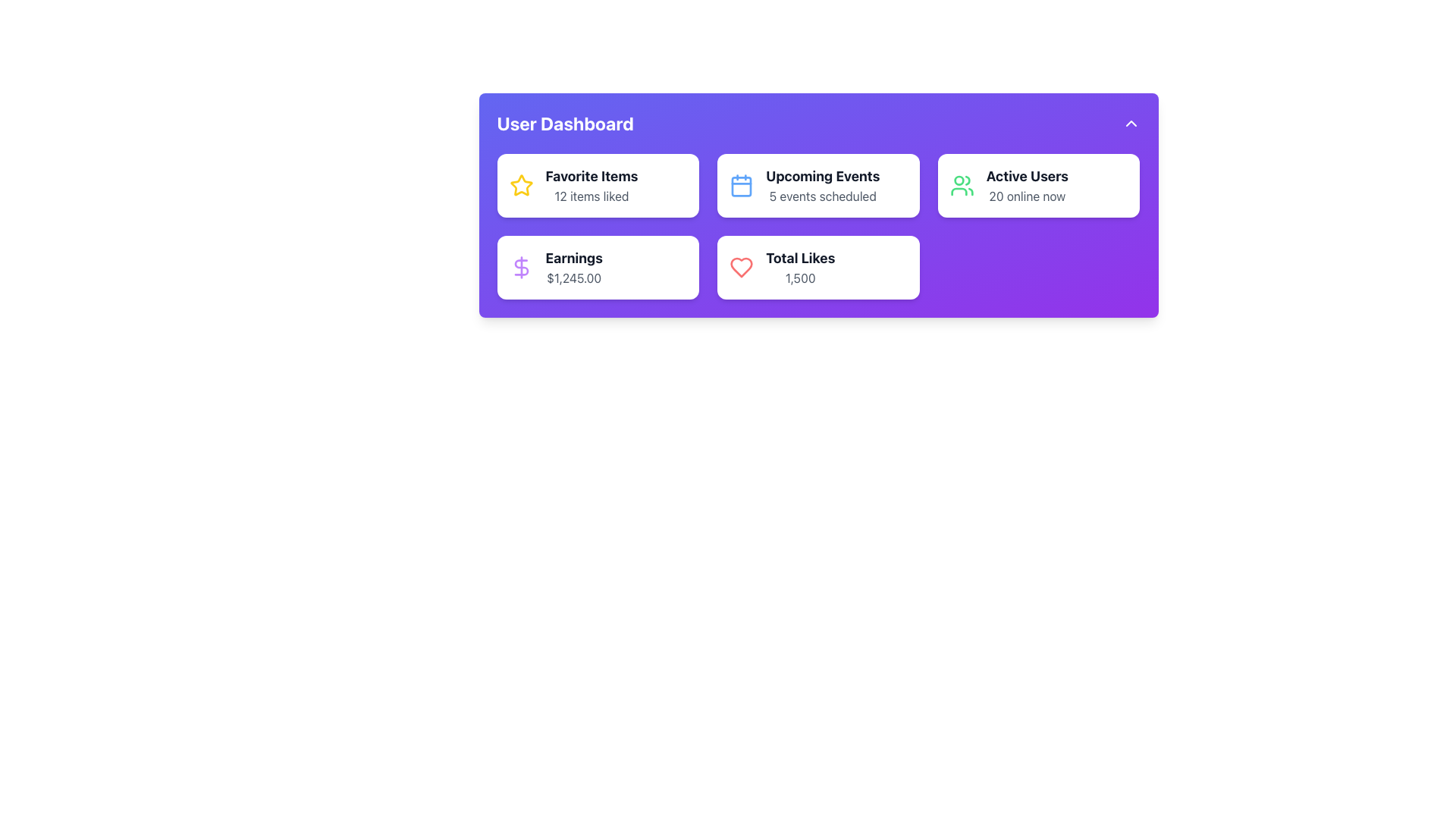  Describe the element at coordinates (591, 185) in the screenshot. I see `the text block that spans two lines, providing information about the user's liked items, located on the top-left card within the main dashboard section, to the right of the yellow star icon` at that location.